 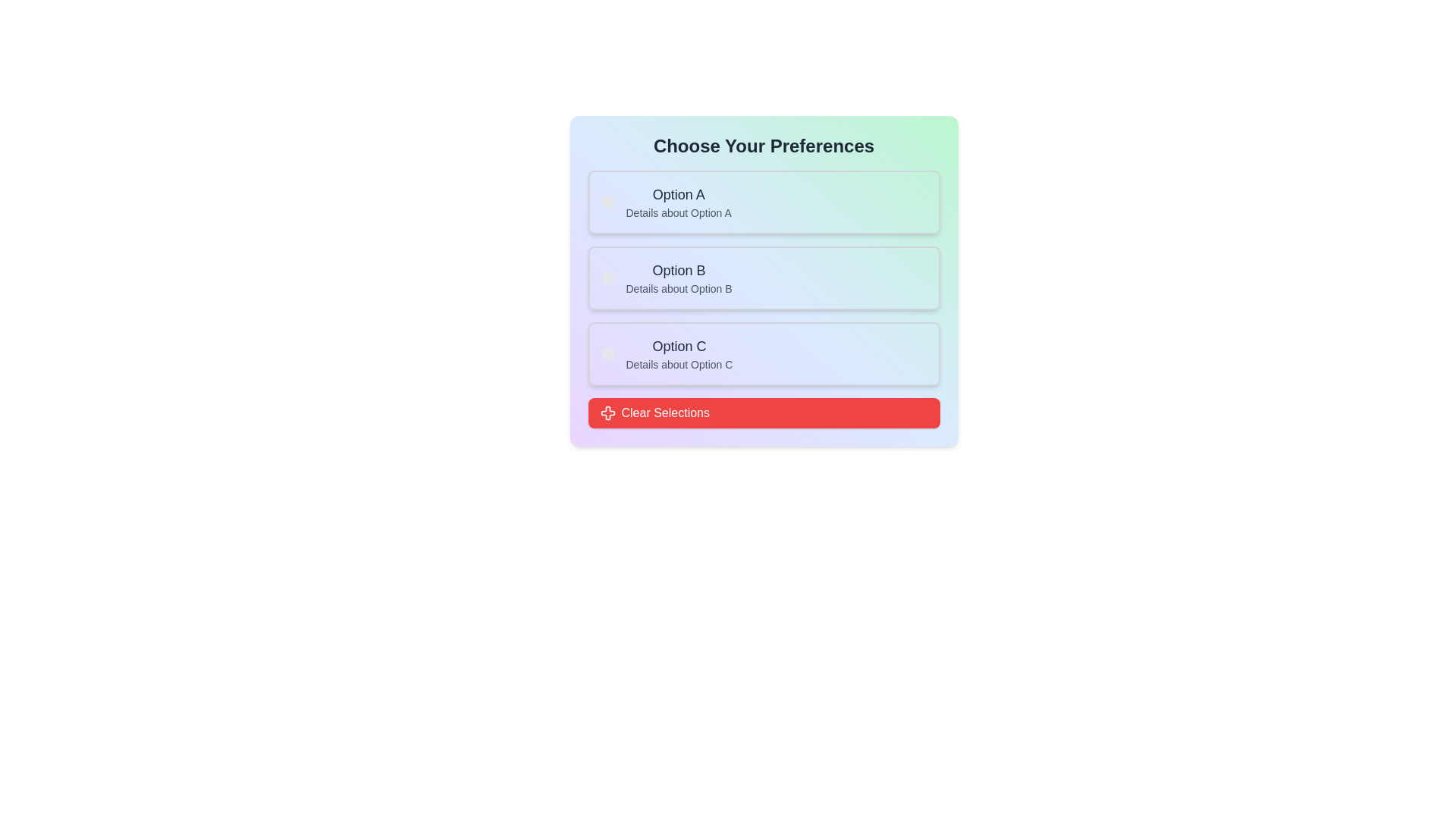 I want to click on the label that displays the title for the first option in the list of preference choices, located above the description label for 'Details about Option A', so click(x=678, y=194).